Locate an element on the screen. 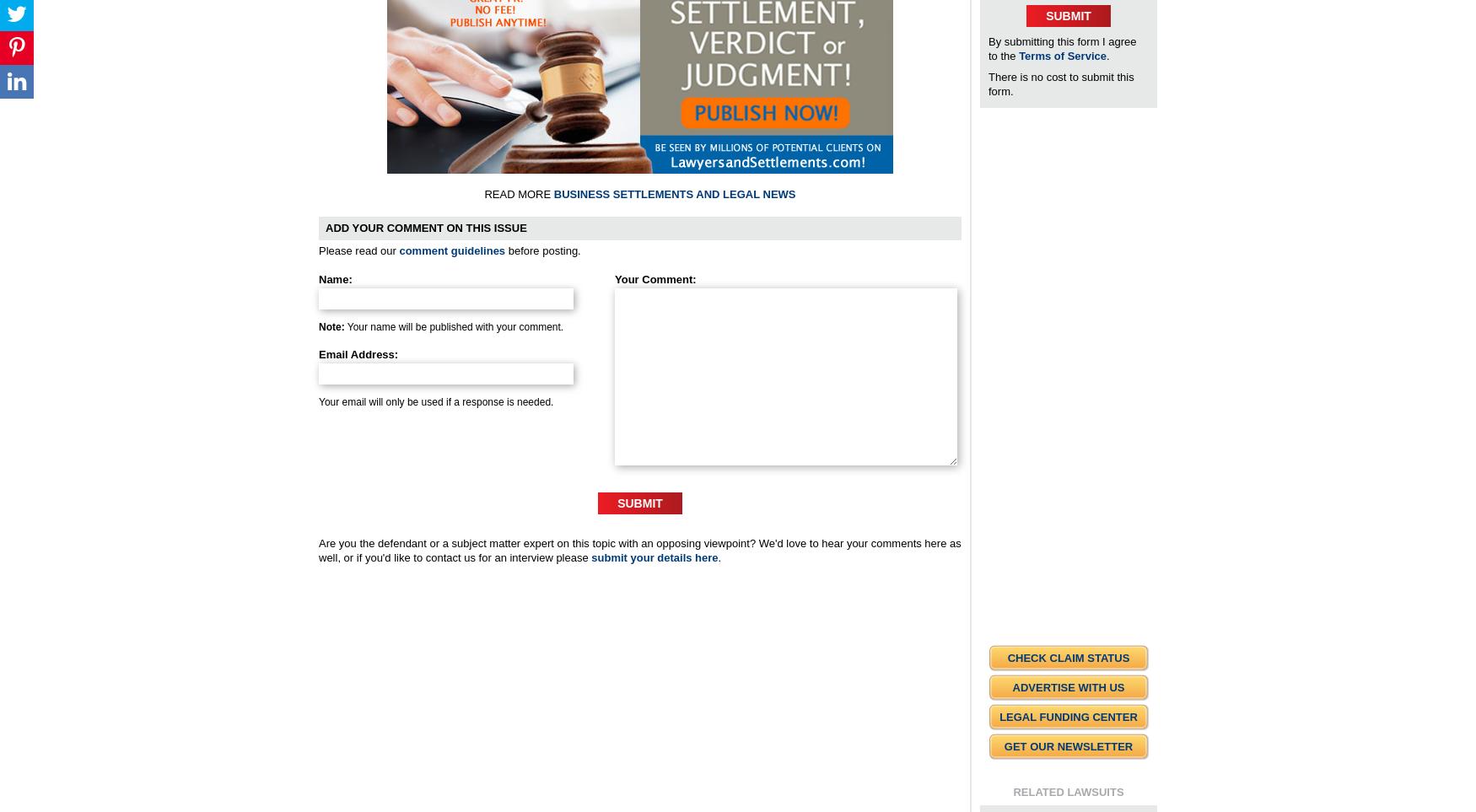  'Check Claim Status' is located at coordinates (1067, 658).